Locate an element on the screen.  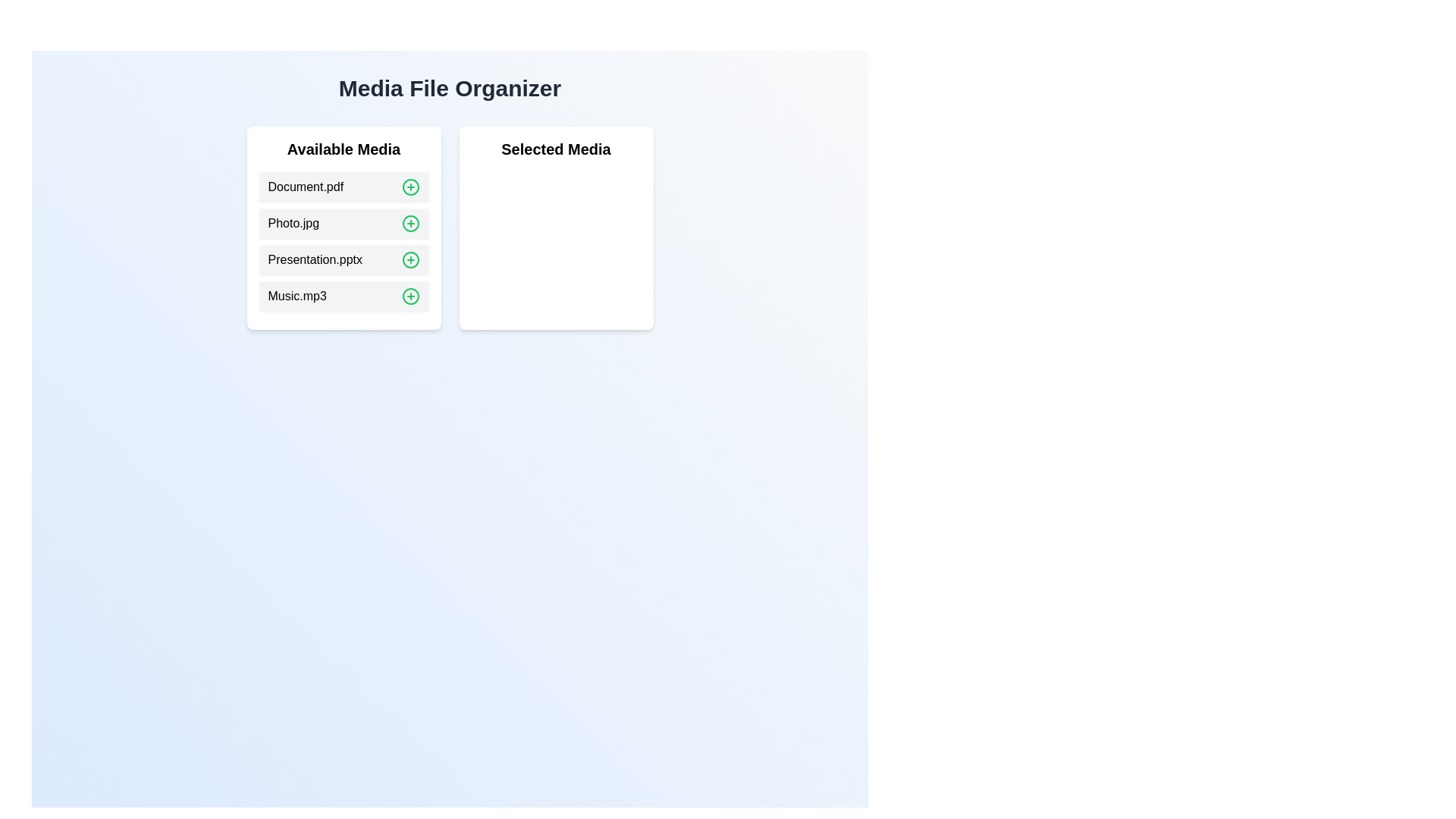
green plus icon next to Presentation.pptx in 'Available Media' to move it to 'Selected Media' is located at coordinates (410, 259).